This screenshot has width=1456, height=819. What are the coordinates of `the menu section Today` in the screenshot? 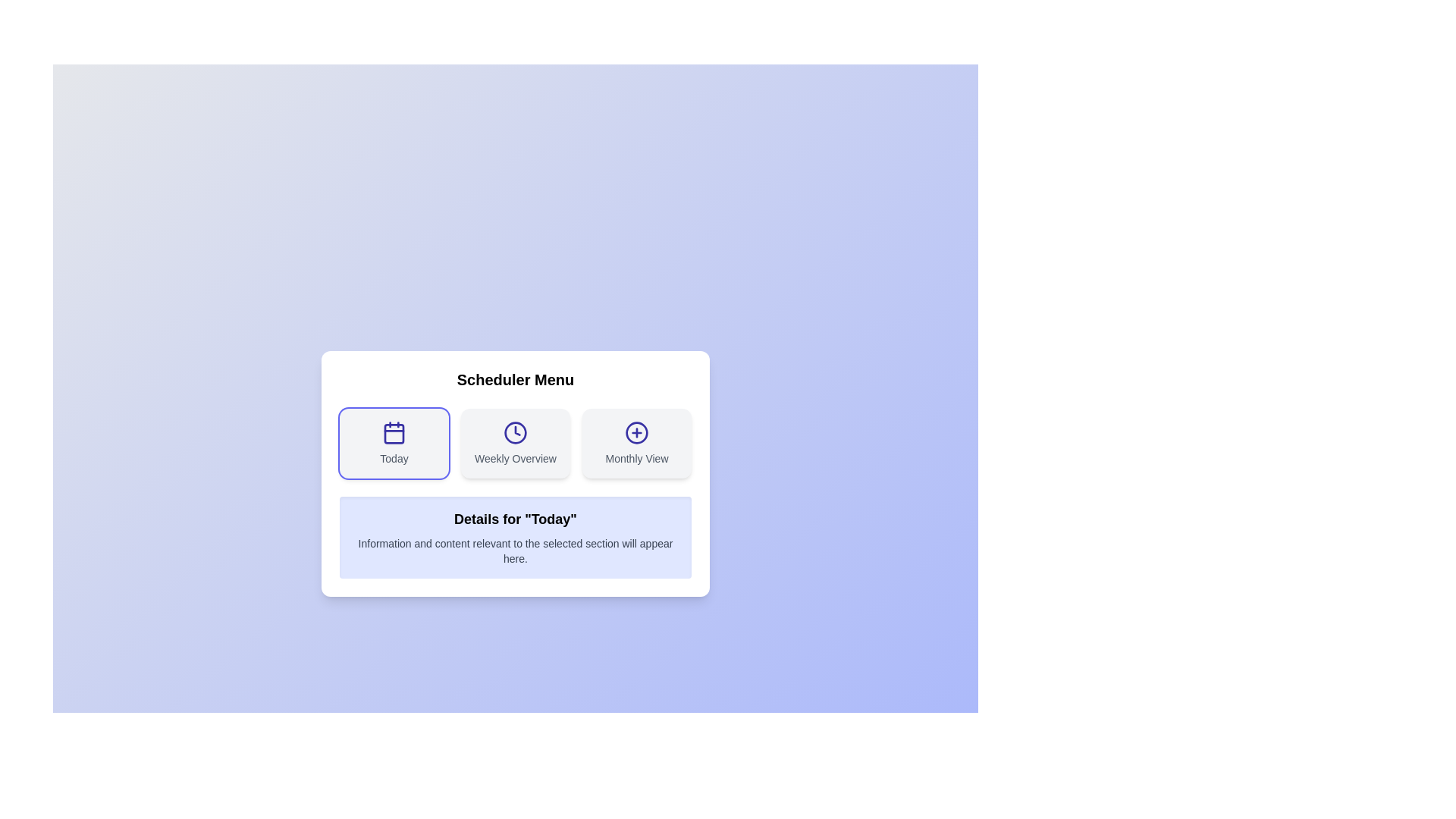 It's located at (394, 444).